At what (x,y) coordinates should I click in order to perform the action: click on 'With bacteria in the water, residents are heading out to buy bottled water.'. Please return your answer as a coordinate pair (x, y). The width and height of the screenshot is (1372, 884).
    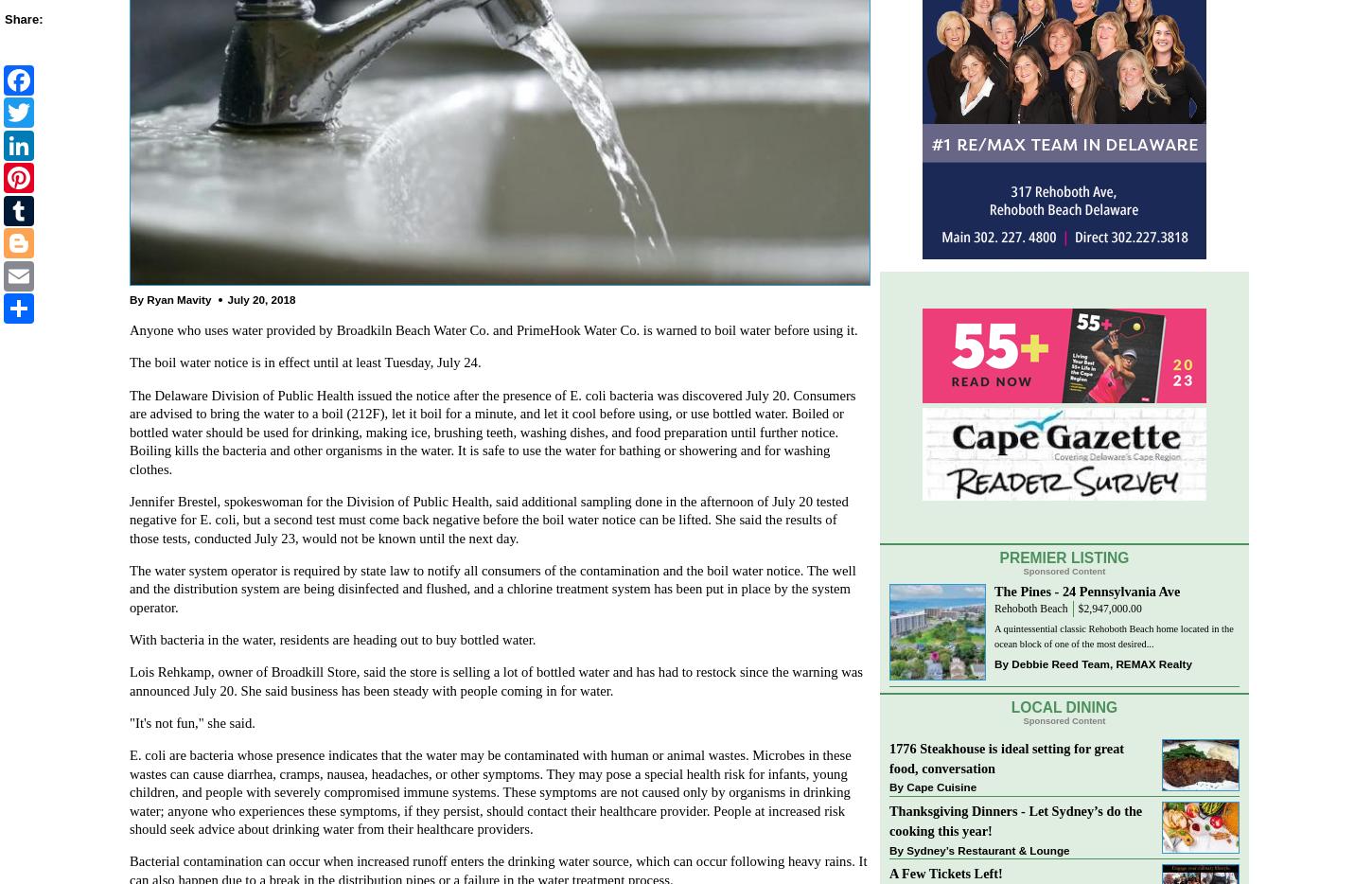
    Looking at the image, I should click on (332, 639).